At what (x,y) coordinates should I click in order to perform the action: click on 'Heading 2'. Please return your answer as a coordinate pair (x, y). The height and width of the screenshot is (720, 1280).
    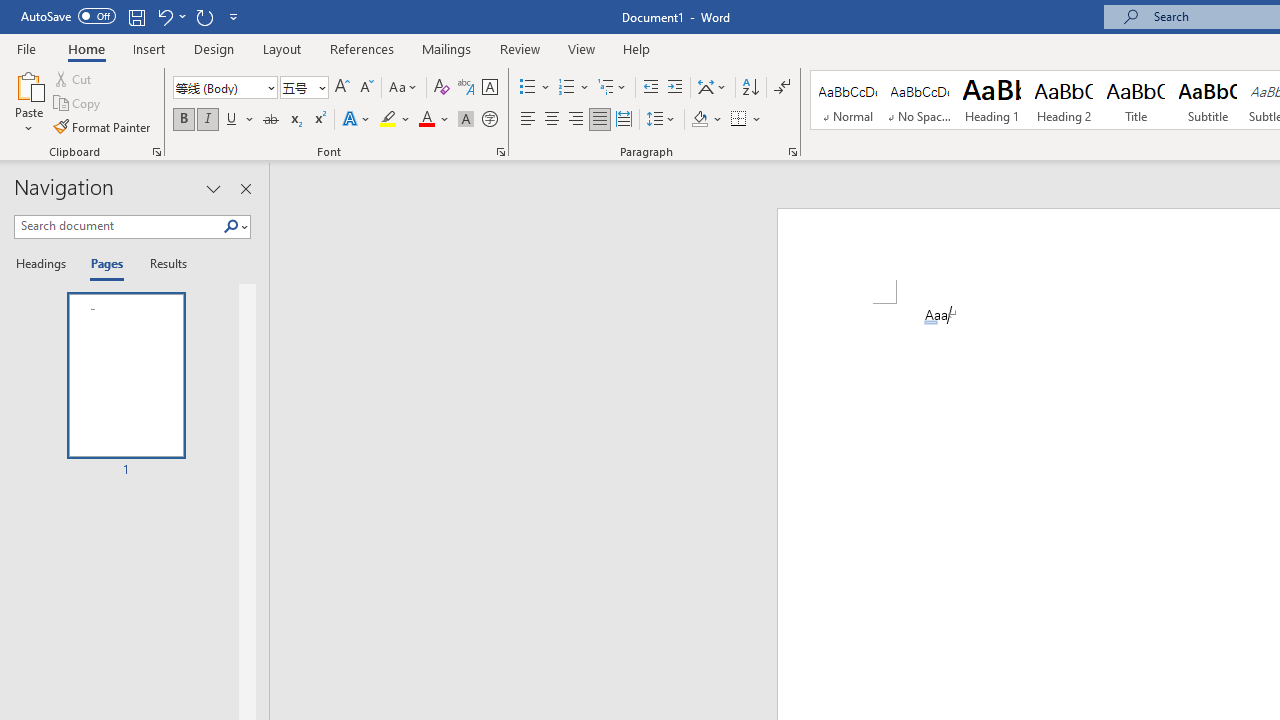
    Looking at the image, I should click on (1062, 100).